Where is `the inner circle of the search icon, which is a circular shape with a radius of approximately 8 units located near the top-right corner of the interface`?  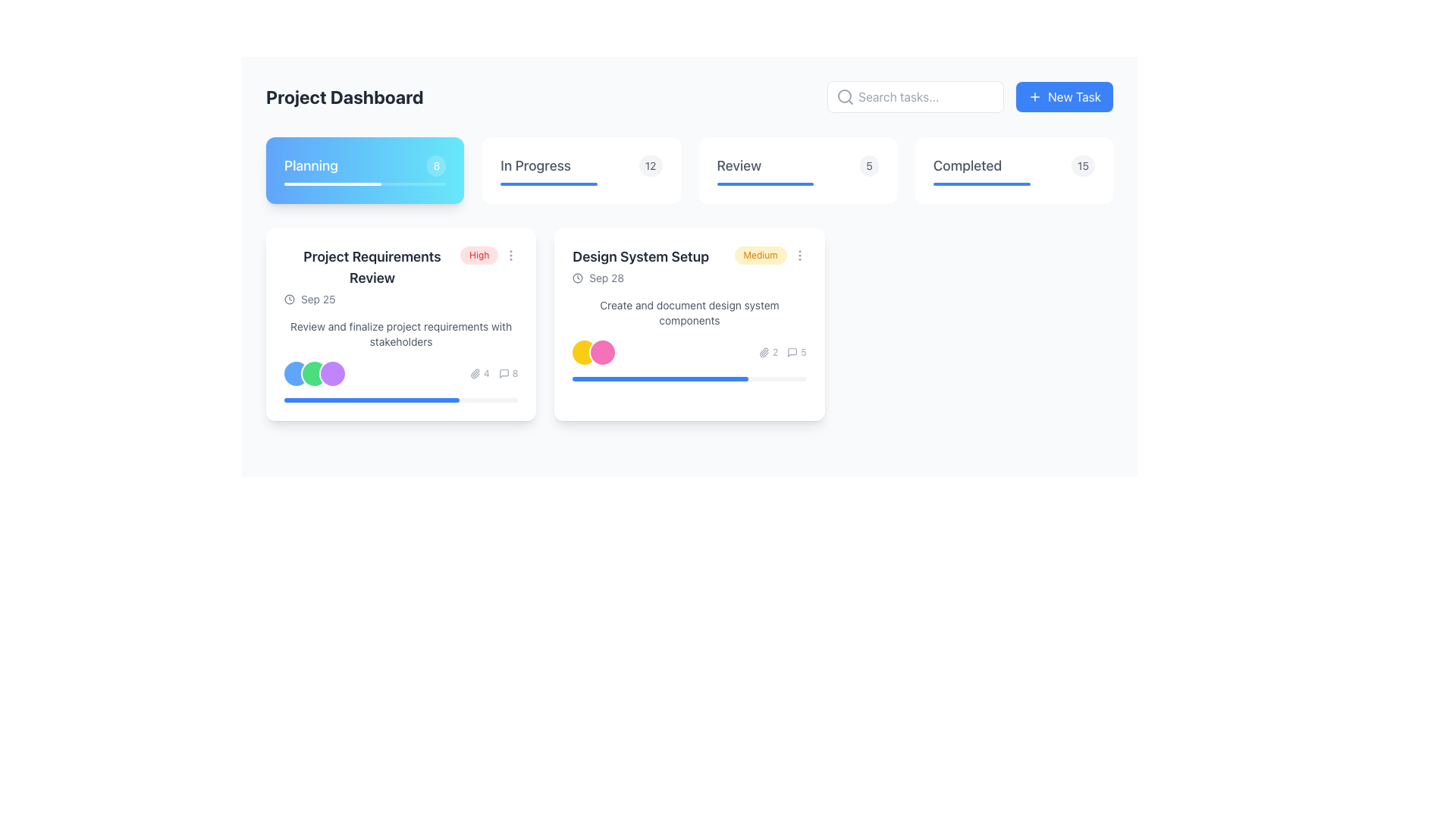 the inner circle of the search icon, which is a circular shape with a radius of approximately 8 units located near the top-right corner of the interface is located at coordinates (844, 96).